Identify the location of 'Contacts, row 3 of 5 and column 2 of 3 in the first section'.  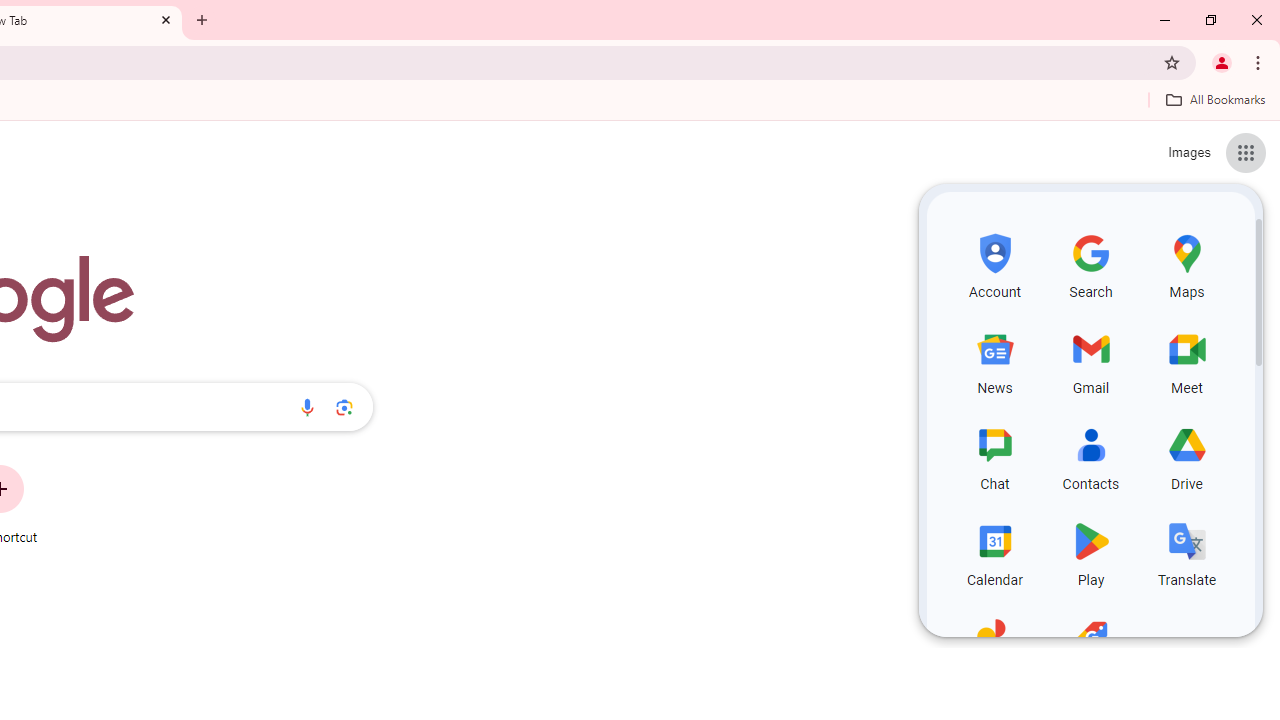
(1090, 456).